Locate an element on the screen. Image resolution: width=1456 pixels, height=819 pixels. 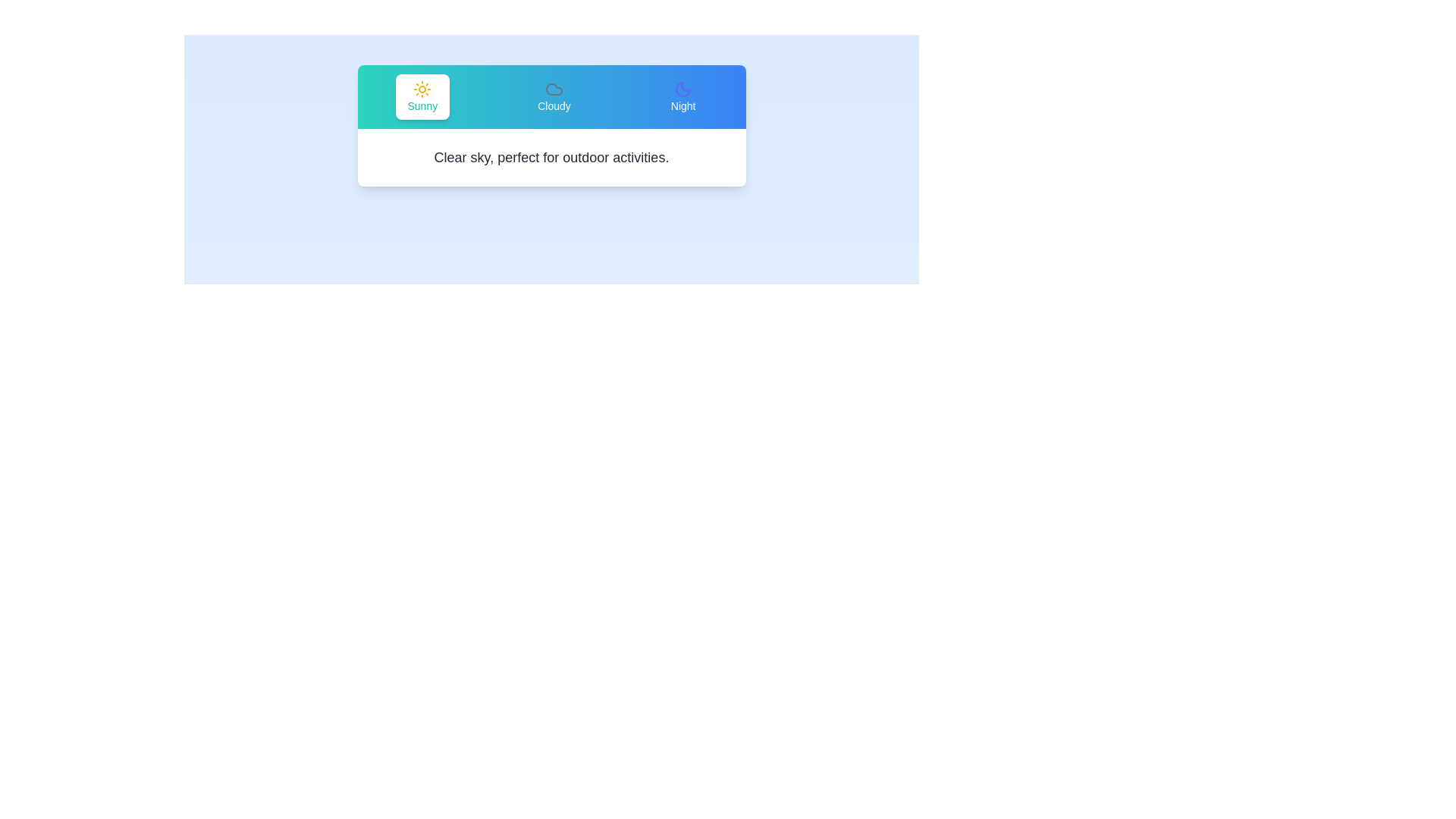
the weather tab corresponding to Sunny is located at coordinates (422, 96).